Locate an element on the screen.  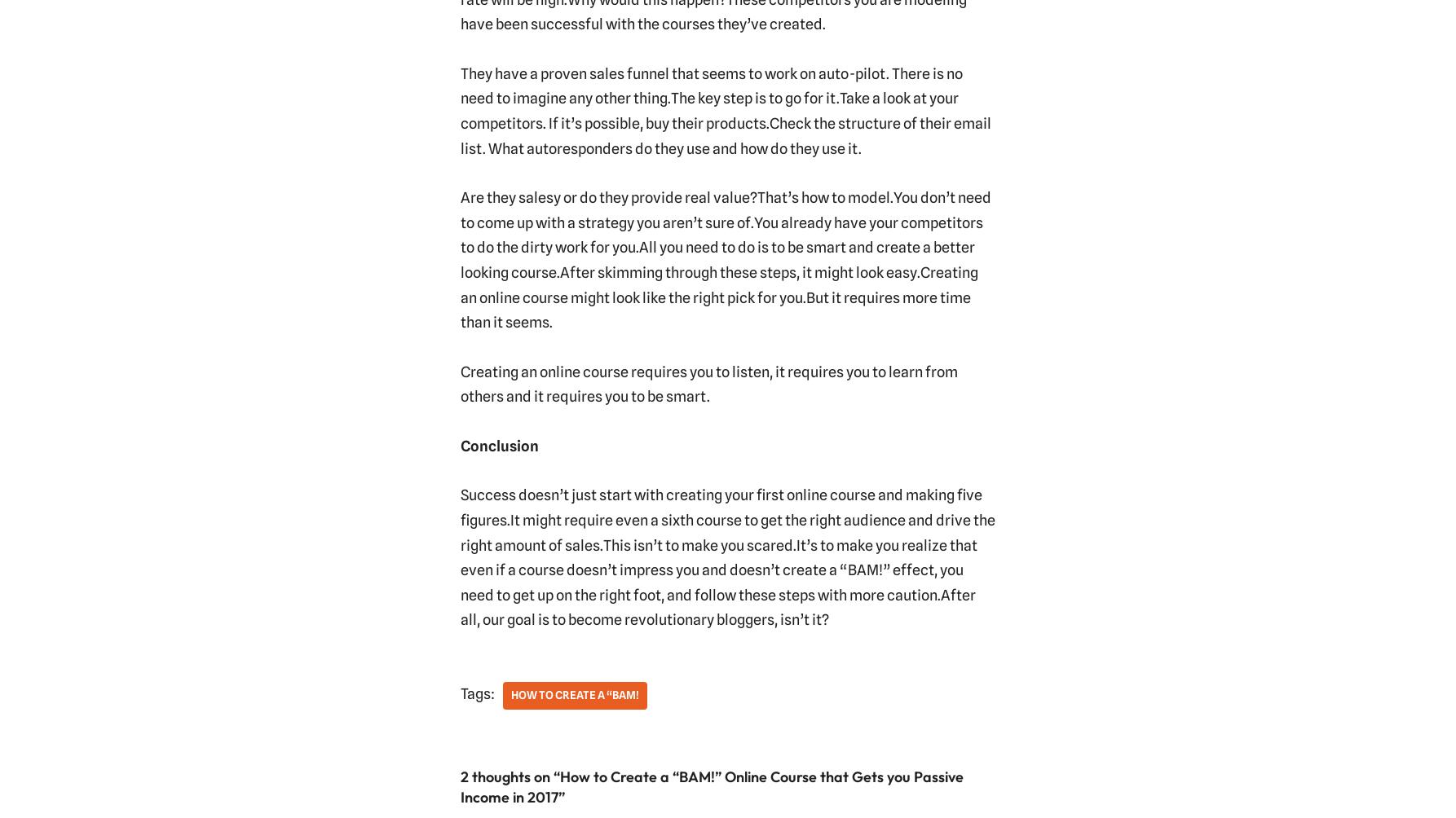
'The key step is to go for it.' is located at coordinates (754, 98).